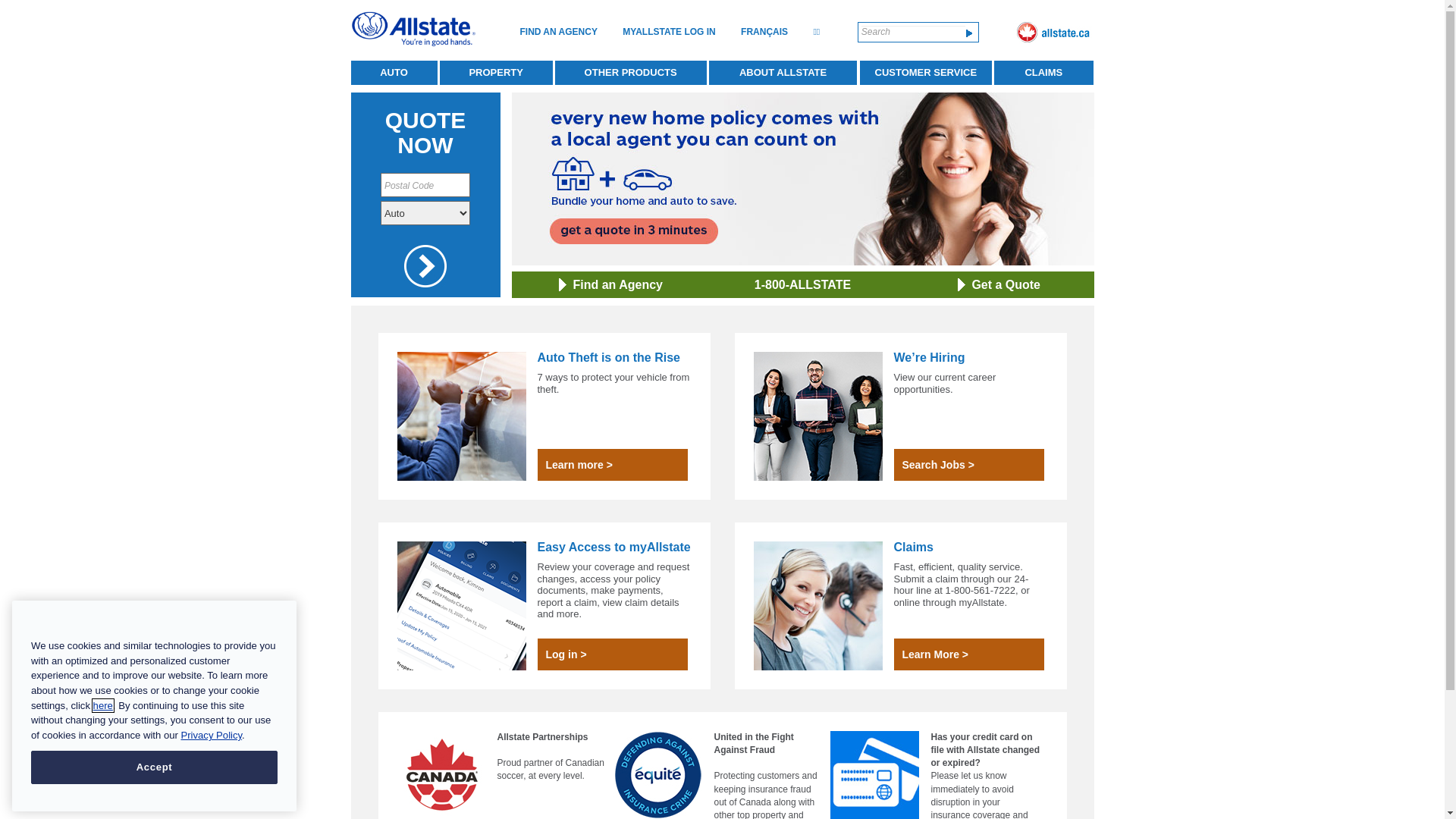  Describe the element at coordinates (1043, 73) in the screenshot. I see `'CLAIMS'` at that location.